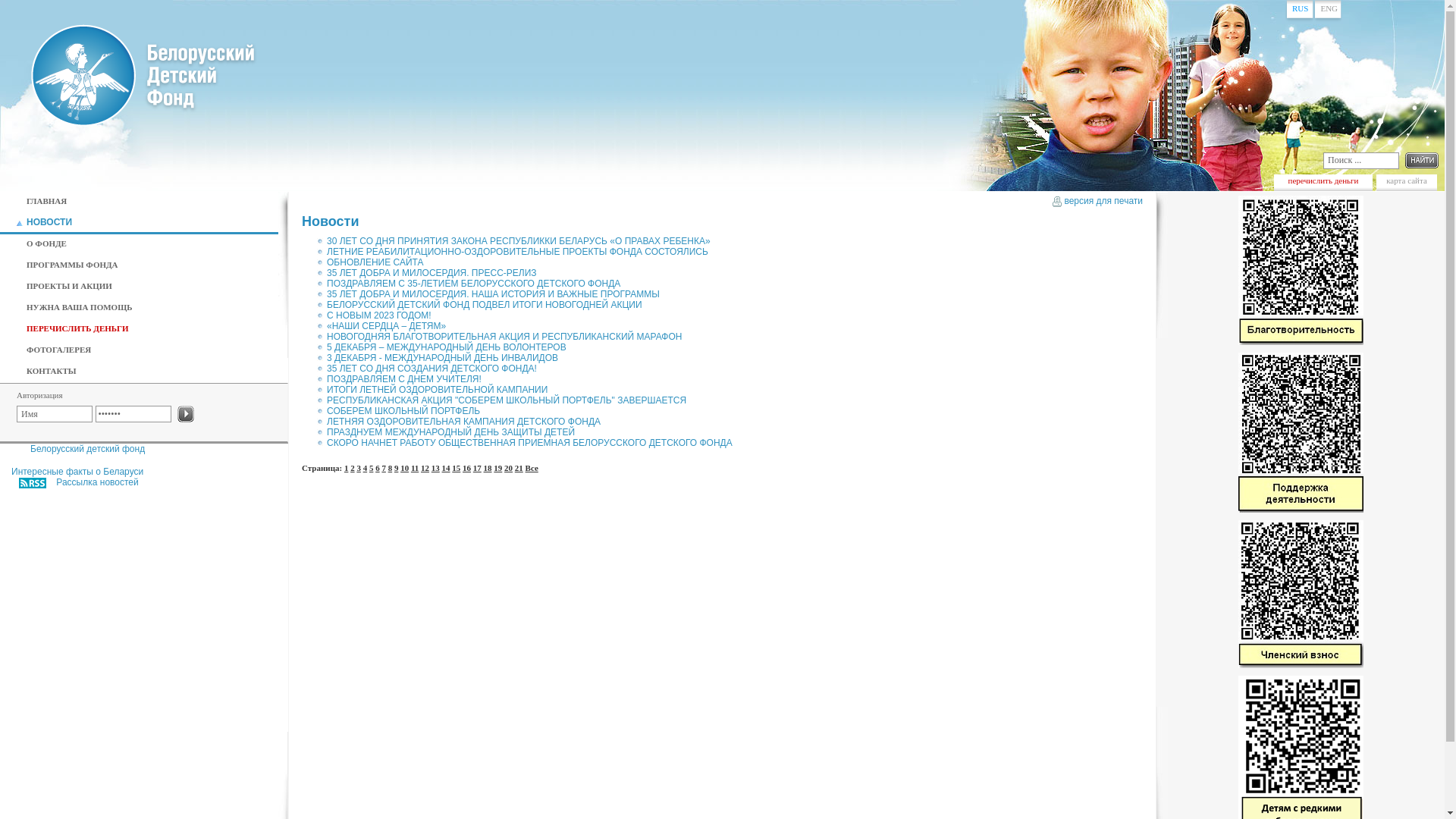 Image resolution: width=1456 pixels, height=819 pixels. Describe the element at coordinates (425, 463) in the screenshot. I see `'12'` at that location.